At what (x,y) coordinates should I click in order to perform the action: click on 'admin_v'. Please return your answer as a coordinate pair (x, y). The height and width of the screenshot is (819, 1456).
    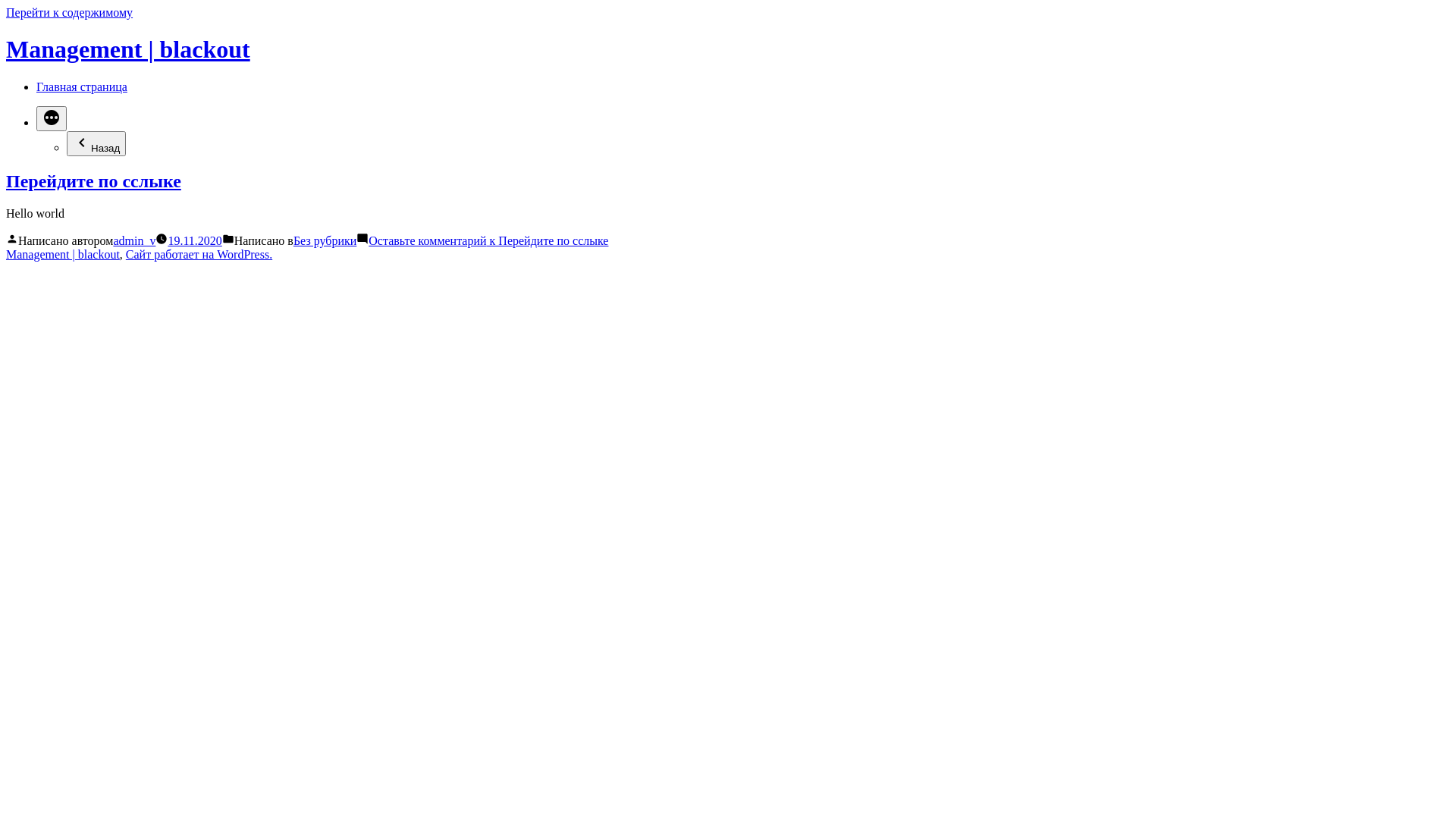
    Looking at the image, I should click on (111, 240).